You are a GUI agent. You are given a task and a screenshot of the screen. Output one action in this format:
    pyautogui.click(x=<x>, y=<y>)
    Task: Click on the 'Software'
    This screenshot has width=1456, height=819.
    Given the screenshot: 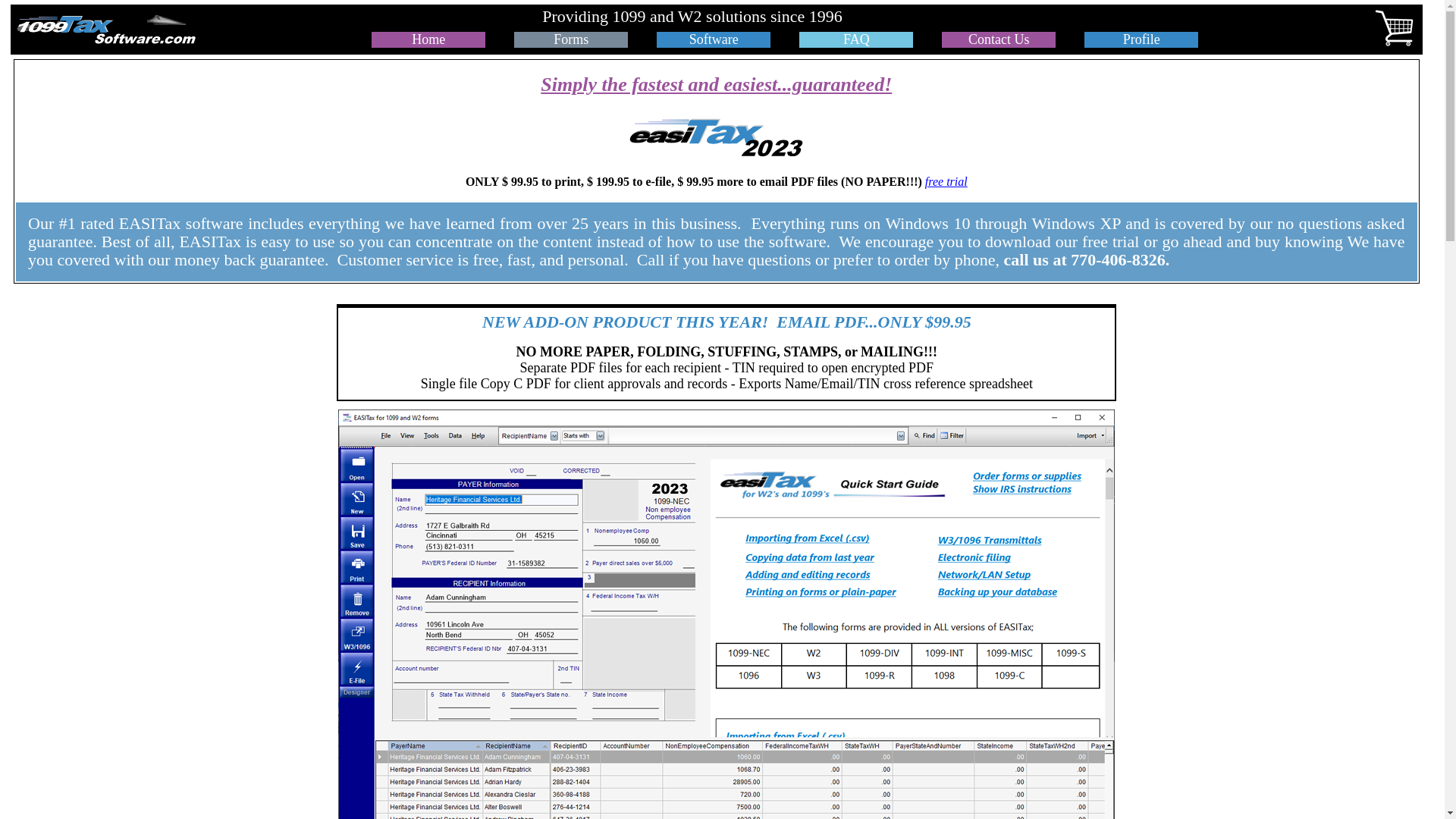 What is the action you would take?
    pyautogui.click(x=713, y=38)
    